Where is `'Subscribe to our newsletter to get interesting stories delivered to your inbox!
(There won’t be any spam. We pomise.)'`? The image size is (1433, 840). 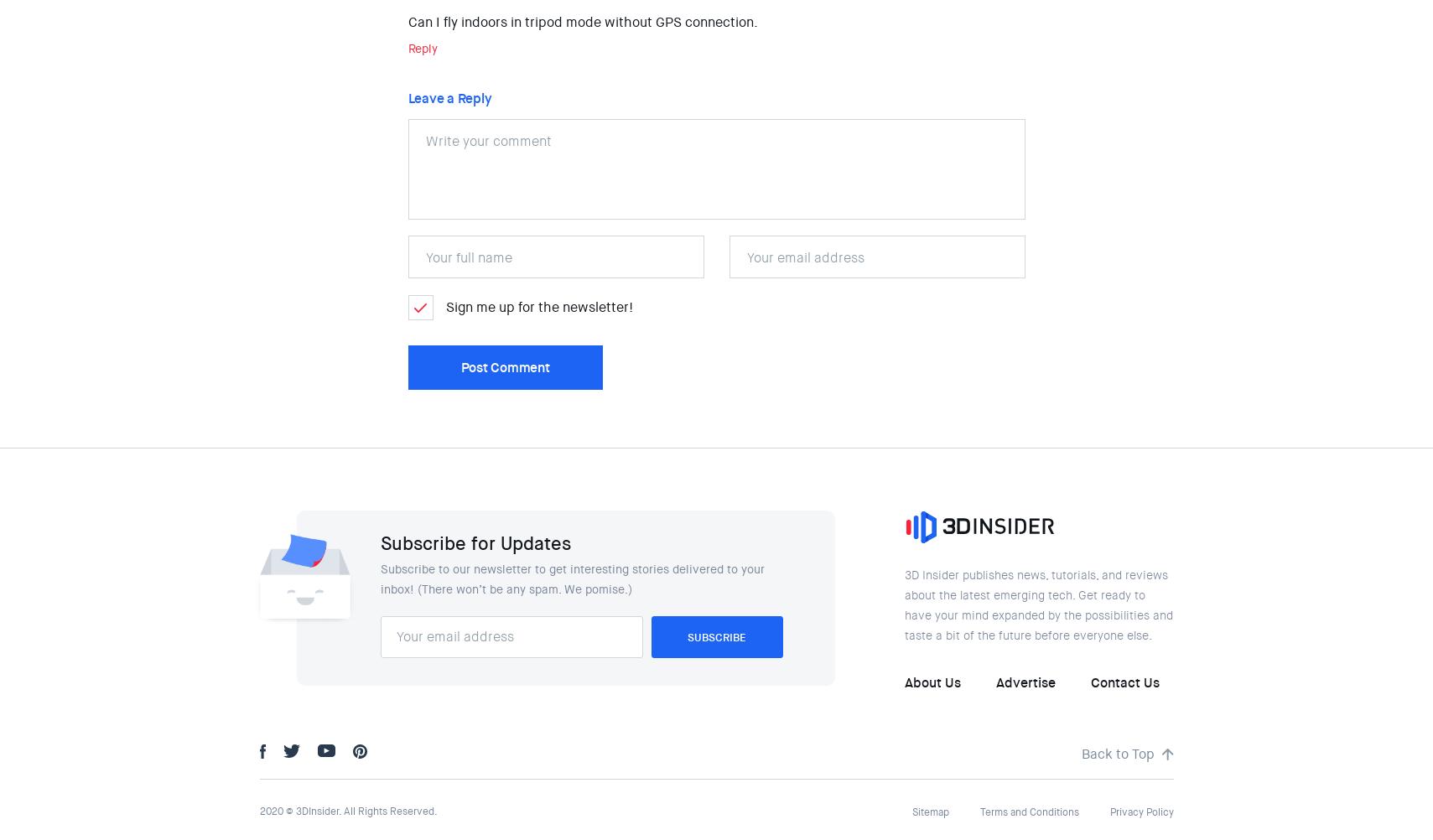
'Subscribe to our newsletter to get interesting stories delivered to your inbox!
(There won’t be any spam. We pomise.)' is located at coordinates (571, 578).